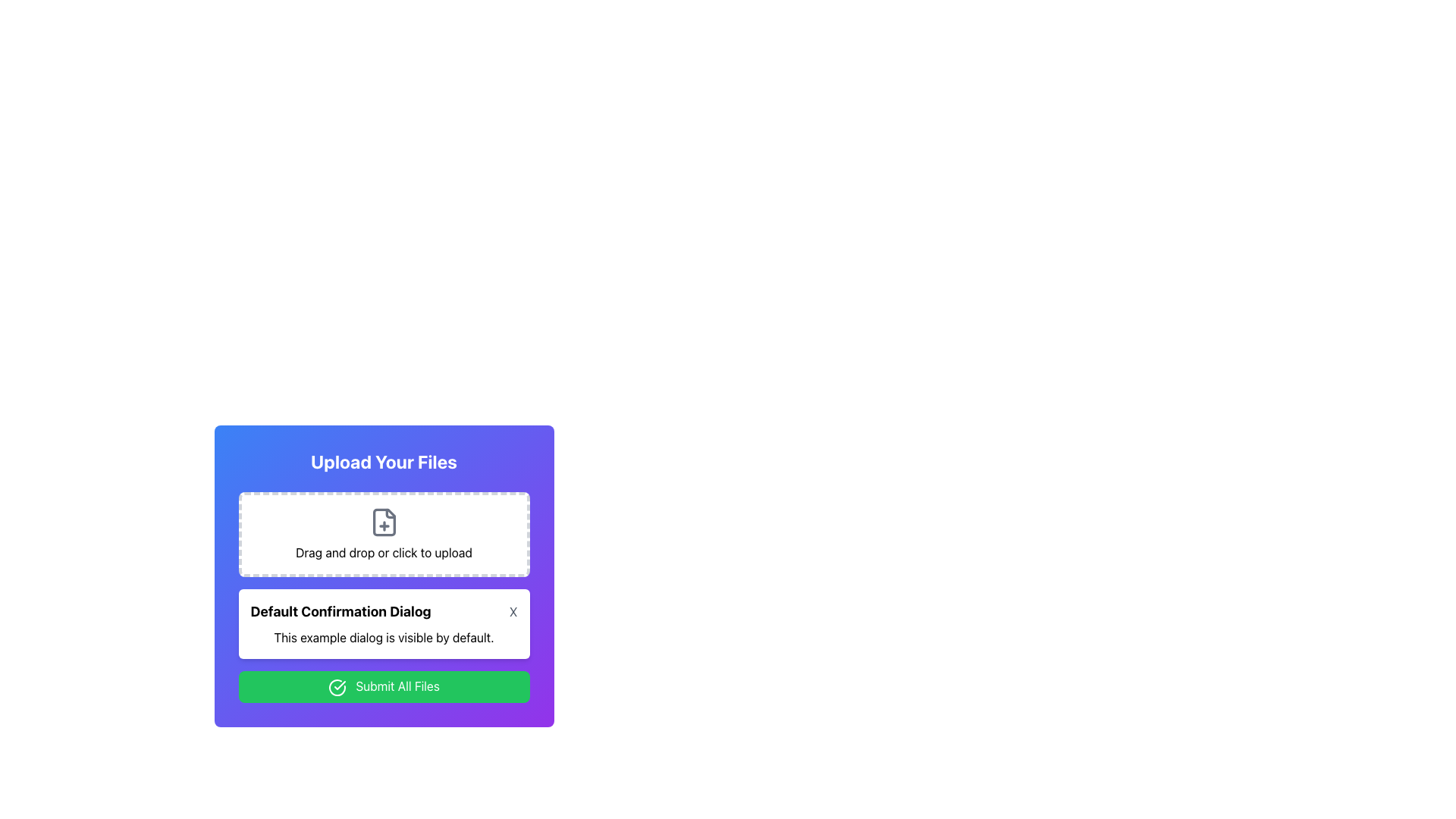  I want to click on the File Upload Area, so click(384, 576).